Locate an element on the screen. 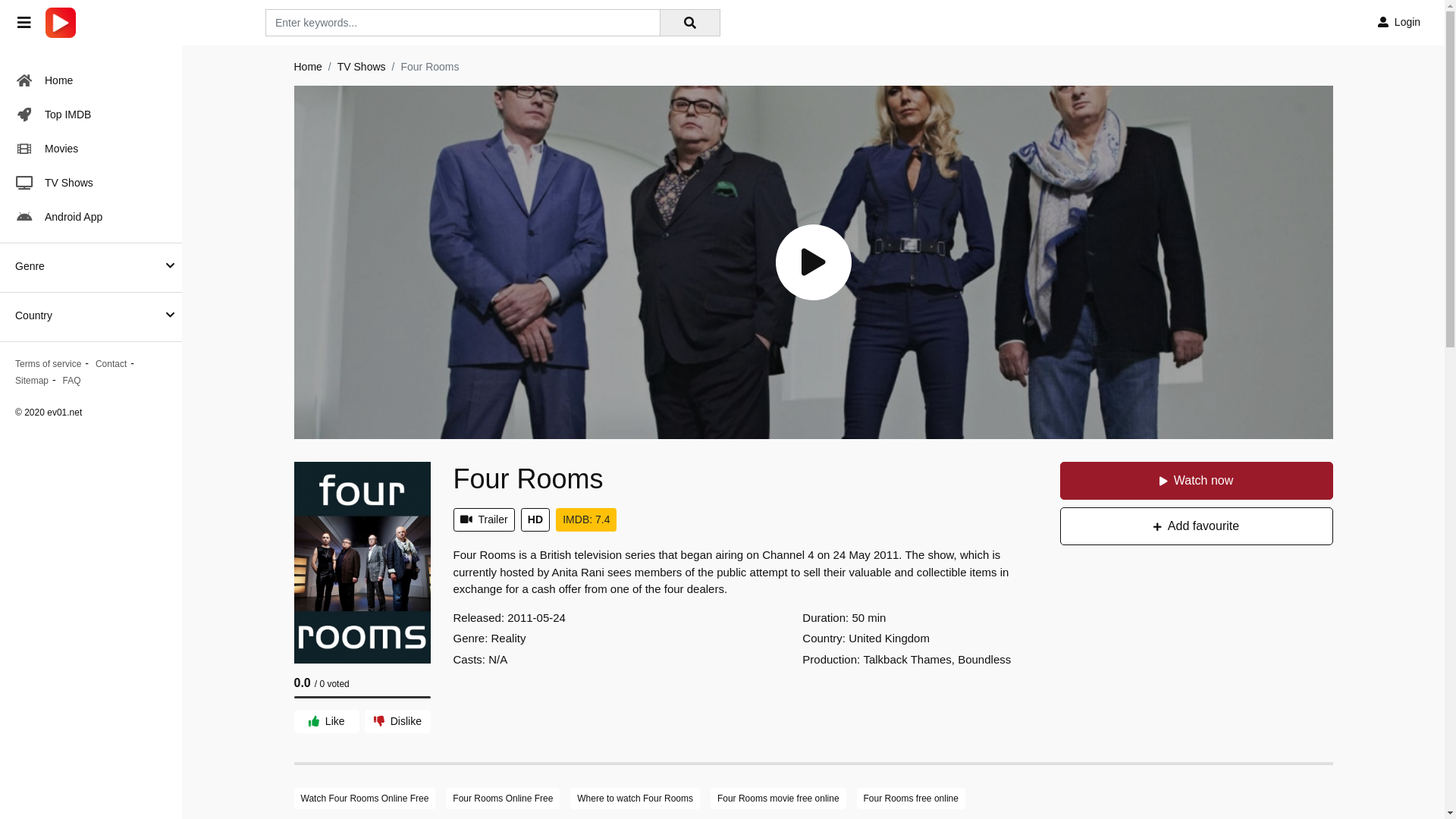 The image size is (1456, 819). 'Login' is located at coordinates (1398, 23).